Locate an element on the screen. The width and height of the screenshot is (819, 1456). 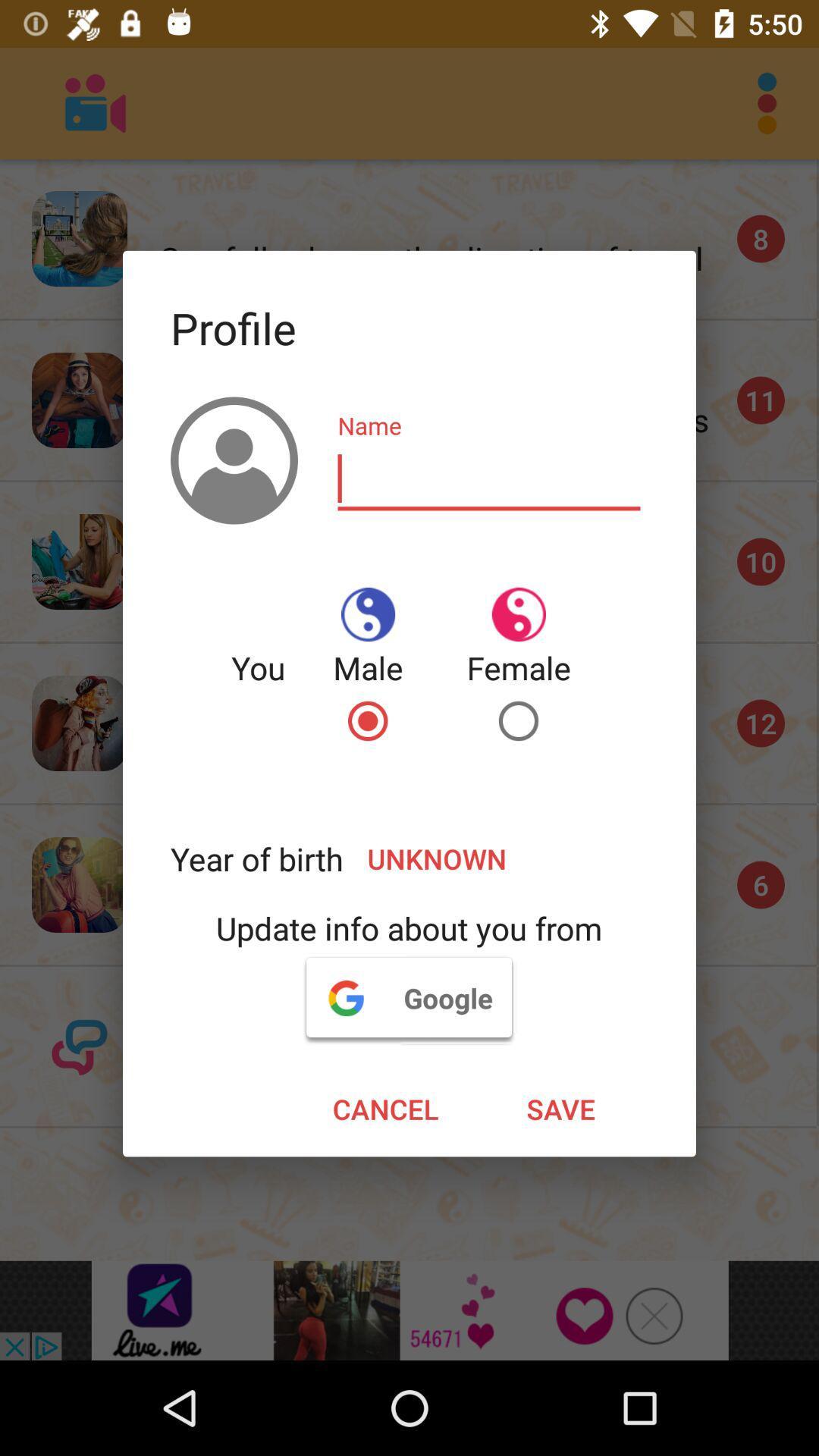
the google icon is located at coordinates (408, 997).